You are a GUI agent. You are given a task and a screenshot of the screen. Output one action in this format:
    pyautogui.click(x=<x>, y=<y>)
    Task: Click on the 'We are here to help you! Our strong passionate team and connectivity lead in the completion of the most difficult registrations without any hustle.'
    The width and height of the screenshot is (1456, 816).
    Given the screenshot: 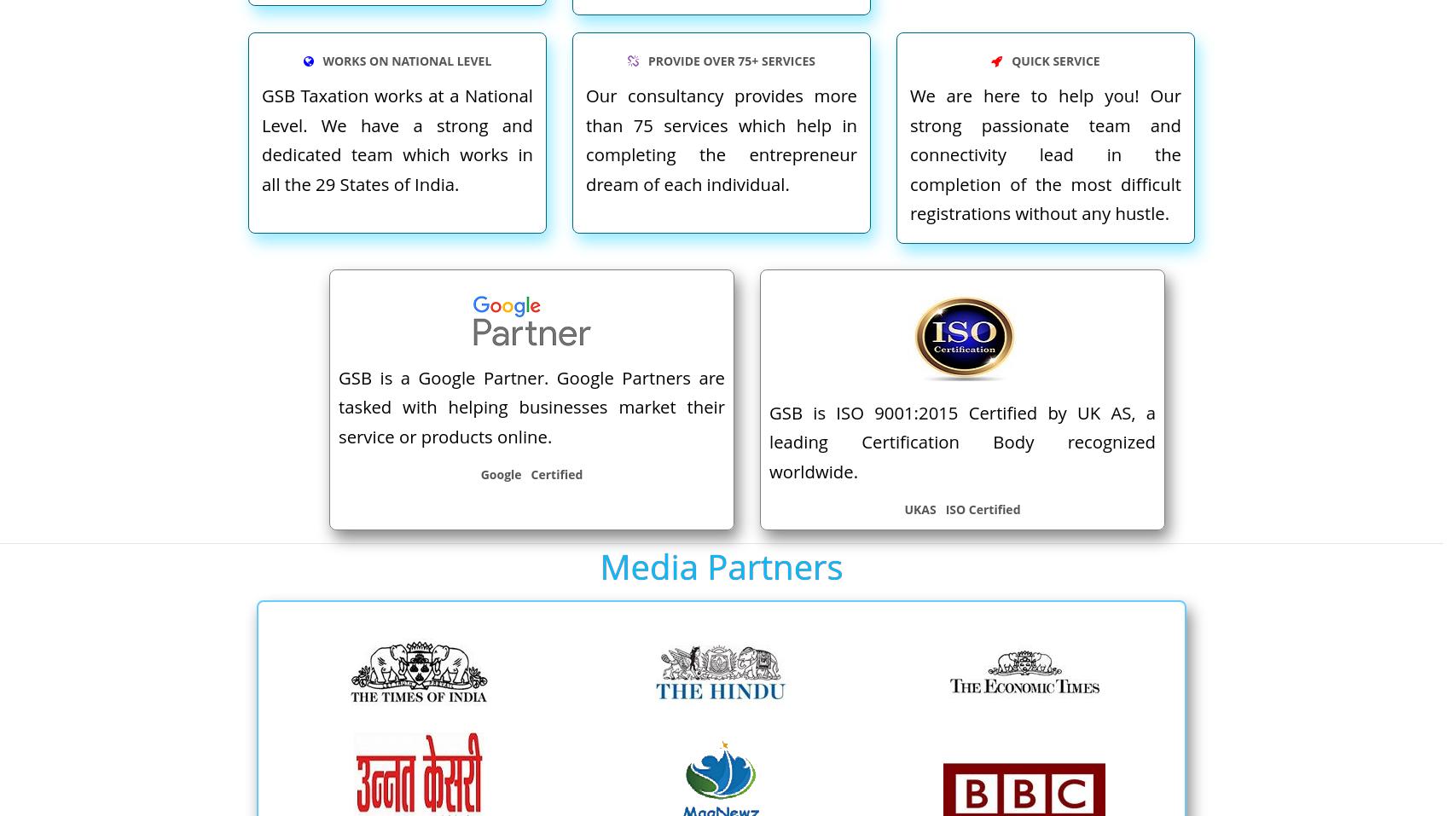 What is the action you would take?
    pyautogui.click(x=1044, y=153)
    